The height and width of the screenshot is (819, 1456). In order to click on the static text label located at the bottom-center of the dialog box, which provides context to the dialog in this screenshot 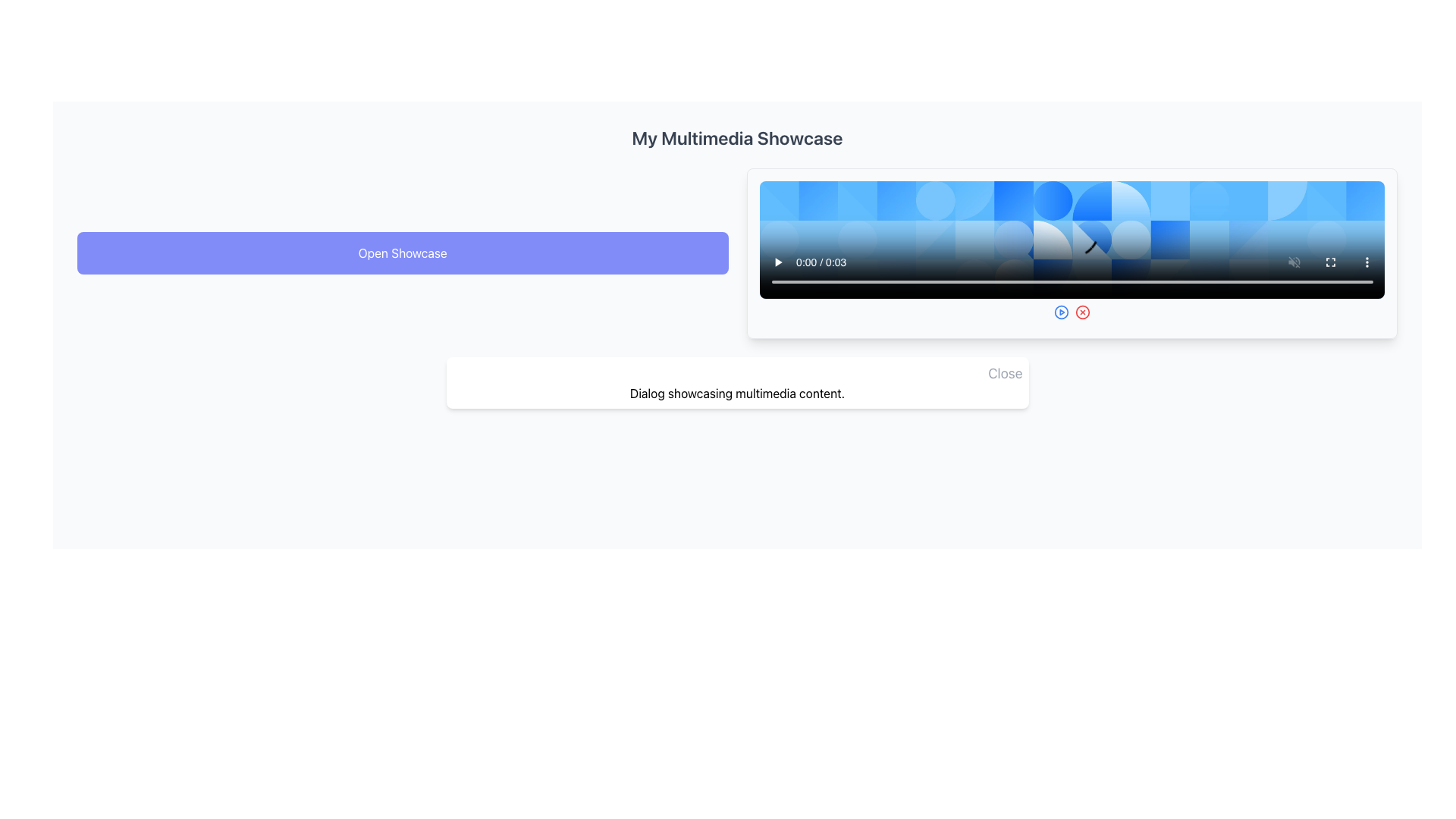, I will do `click(737, 392)`.